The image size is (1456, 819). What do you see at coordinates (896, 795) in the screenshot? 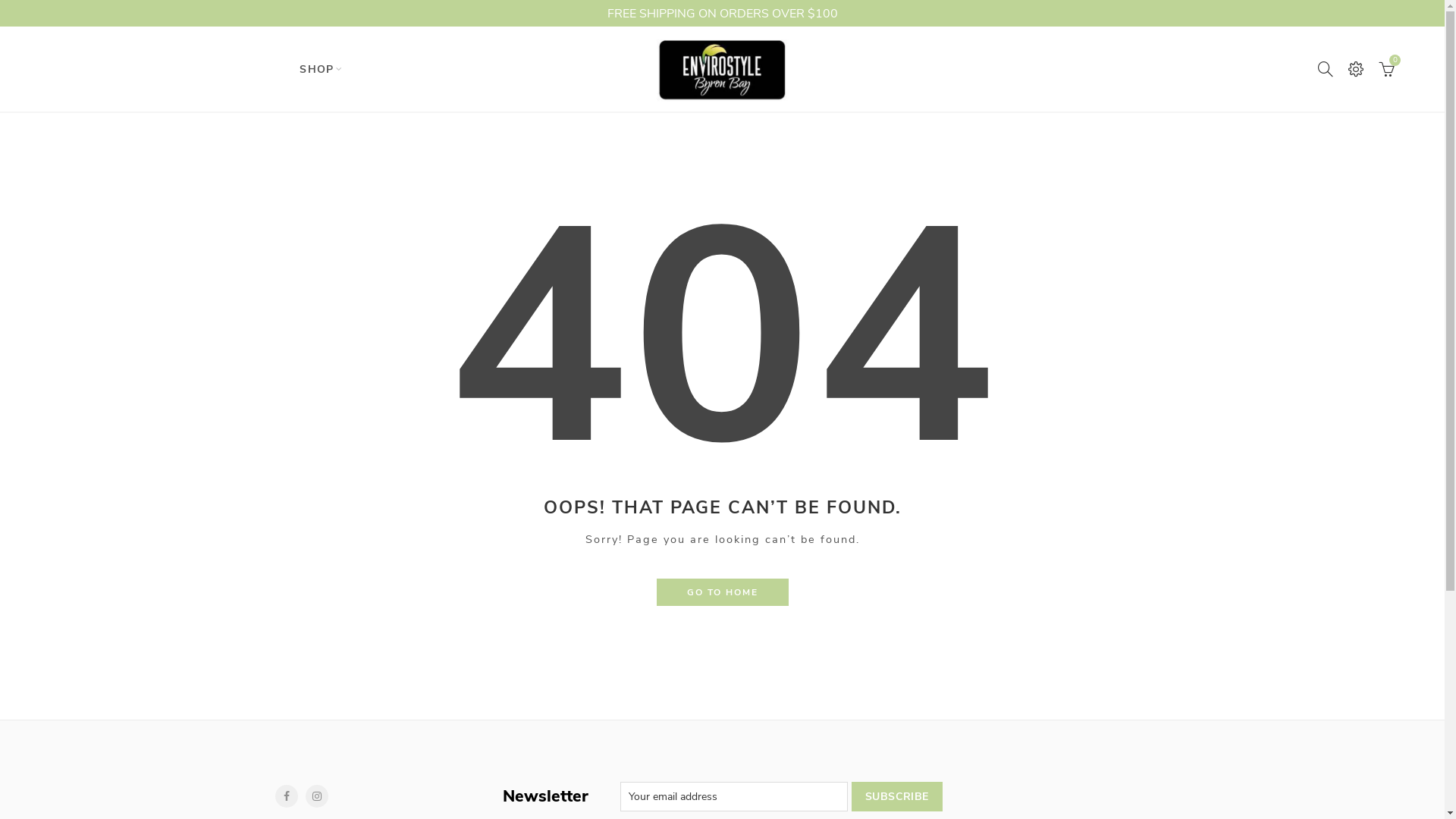
I see `'SUBSCRIBE'` at bounding box center [896, 795].